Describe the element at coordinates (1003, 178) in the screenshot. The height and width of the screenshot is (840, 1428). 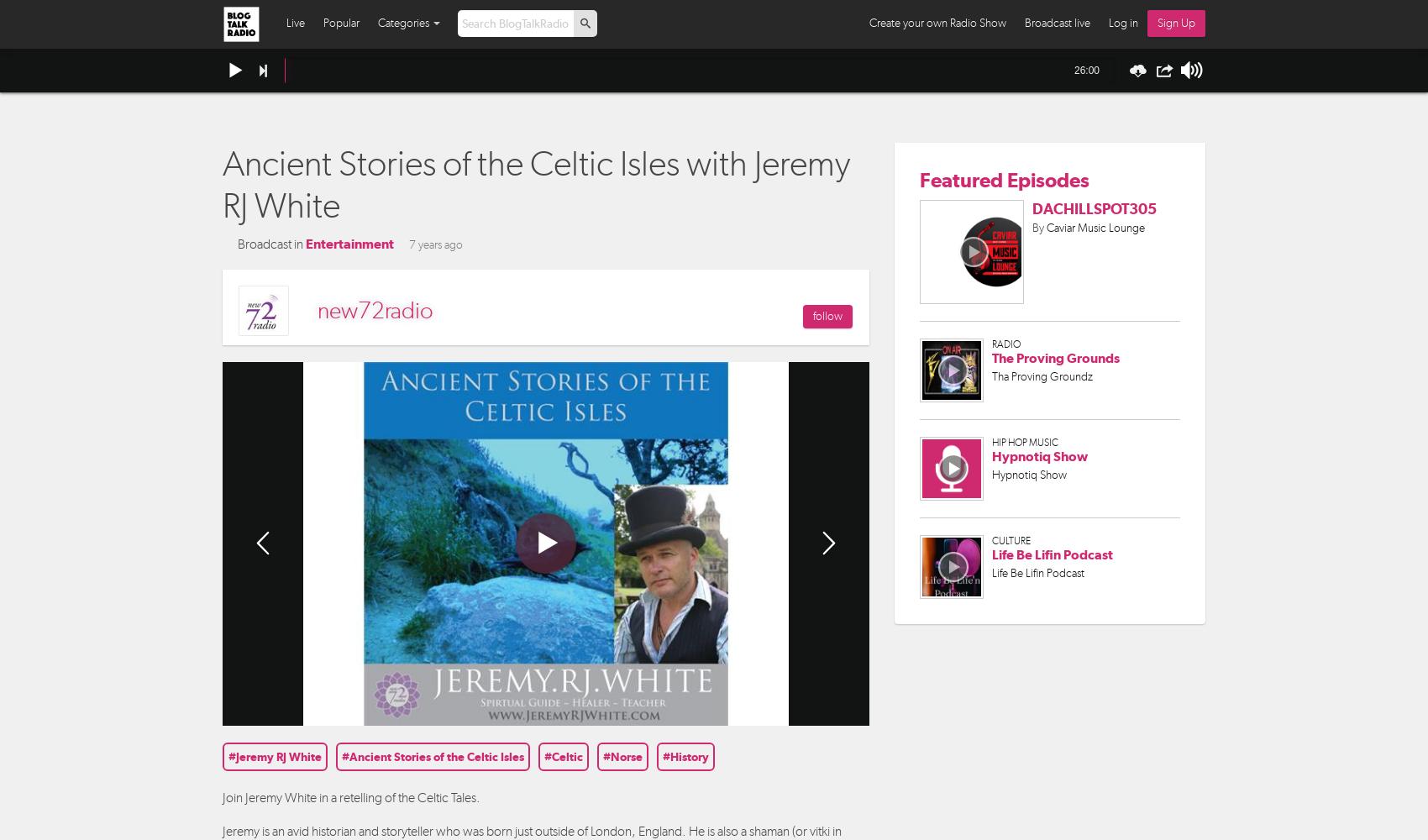
I see `'Featured Episodes'` at that location.